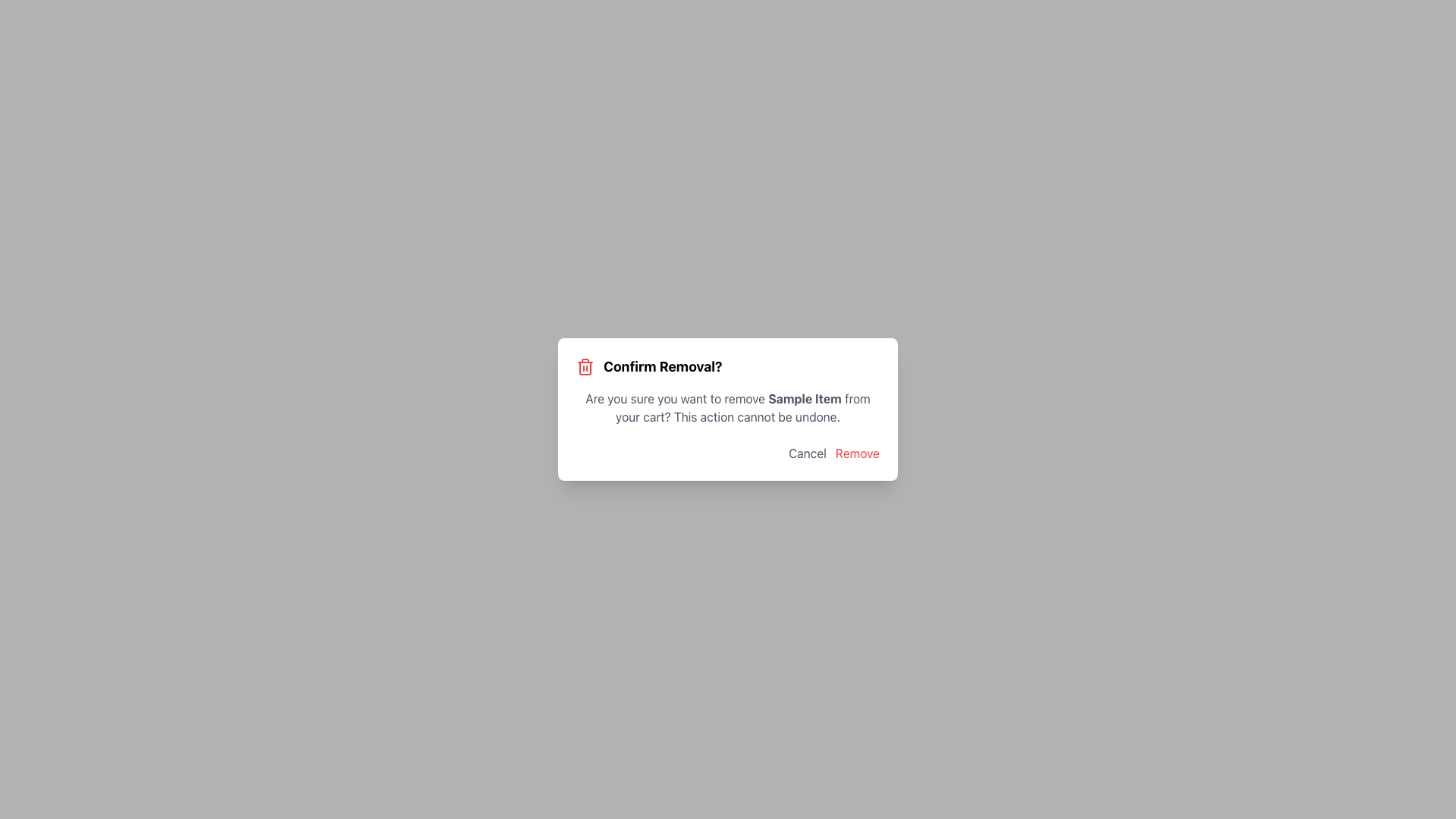 This screenshot has height=819, width=1456. I want to click on the trash bin icon representing the delete functionality in the modal window titled 'Confirm Removal?', so click(585, 369).